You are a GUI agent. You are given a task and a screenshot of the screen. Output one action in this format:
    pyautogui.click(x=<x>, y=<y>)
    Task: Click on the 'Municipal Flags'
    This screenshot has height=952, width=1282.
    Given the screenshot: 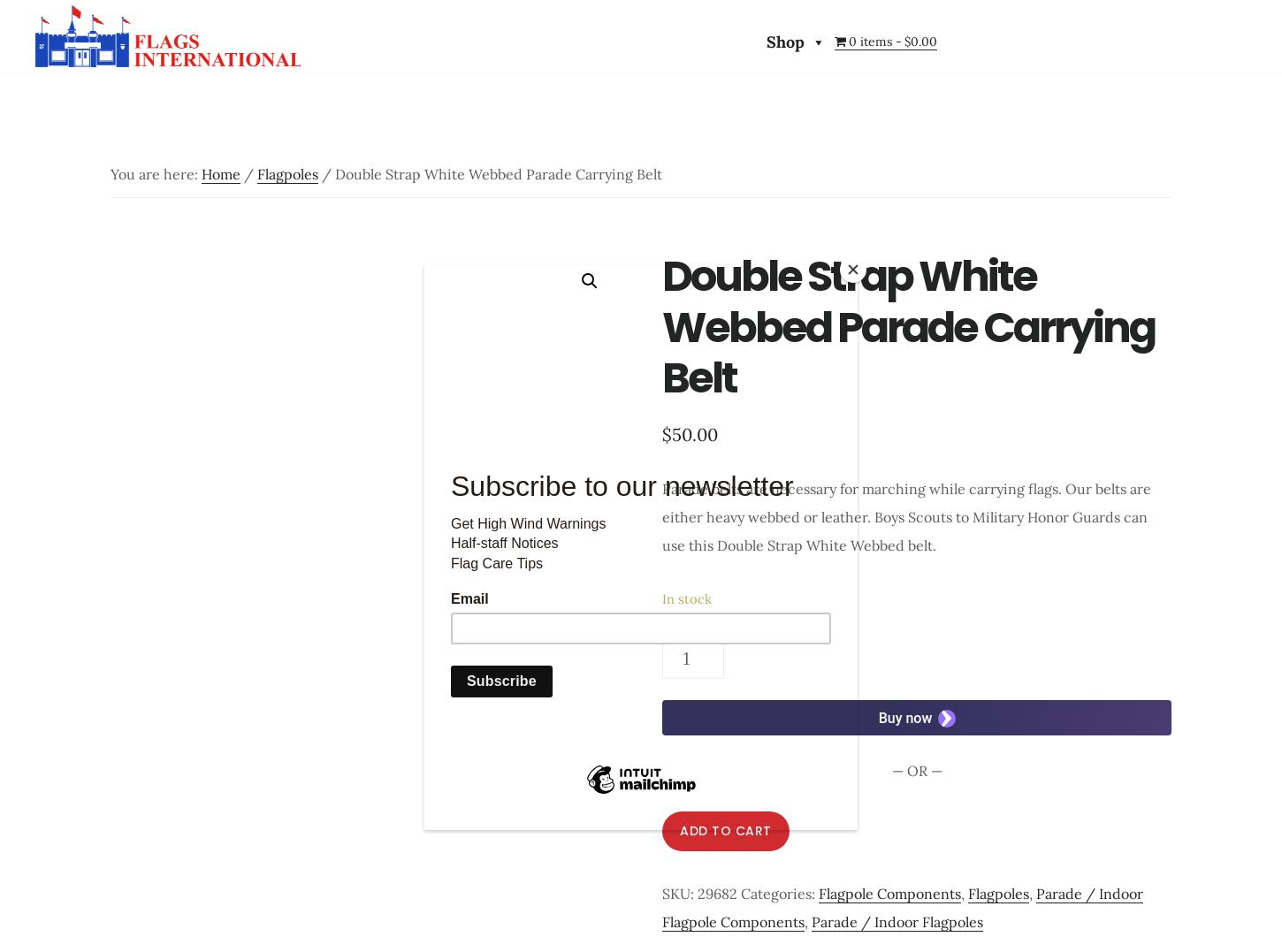 What is the action you would take?
    pyautogui.click(x=348, y=339)
    